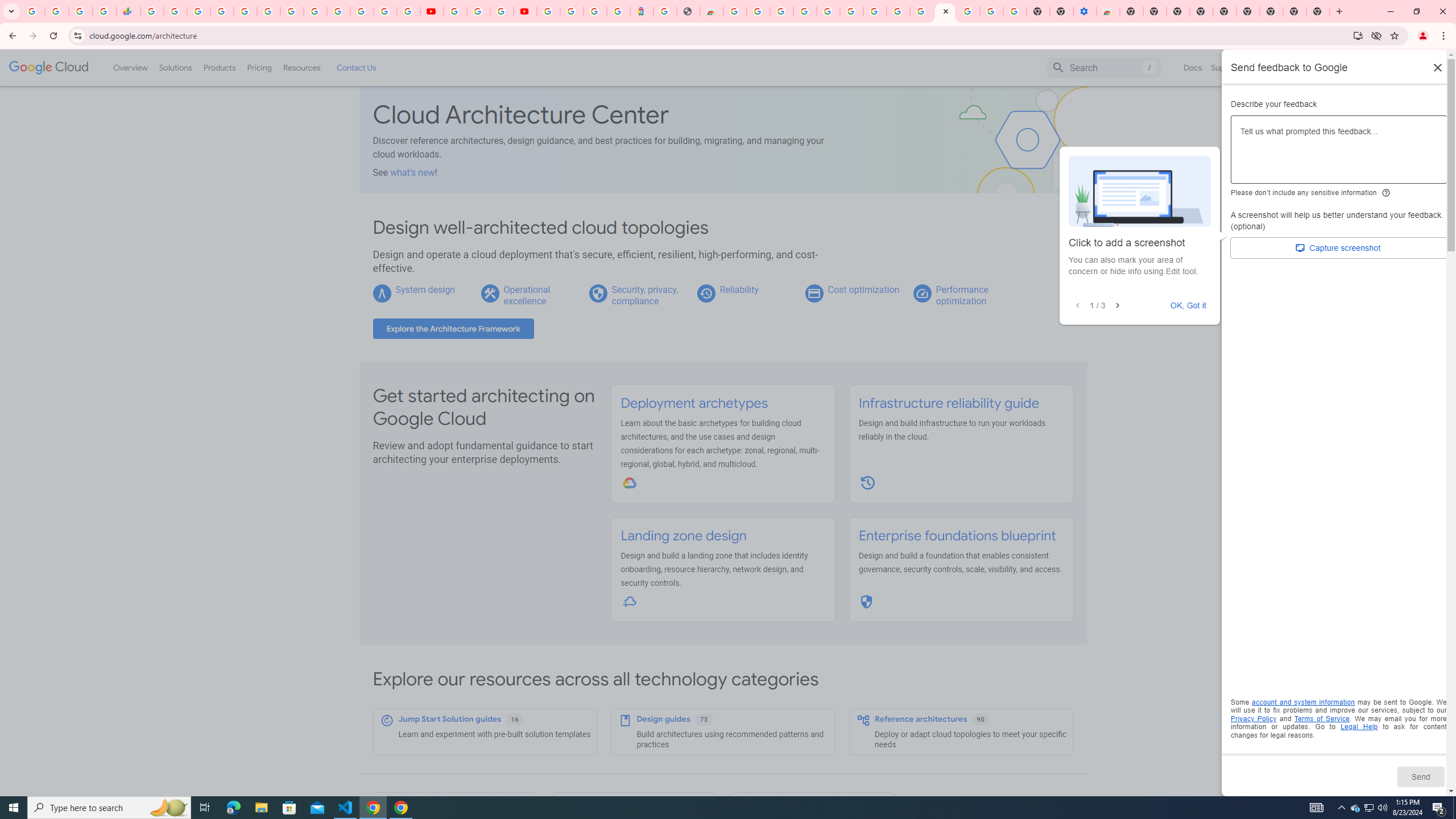  Describe the element at coordinates (1077, 305) in the screenshot. I see `'Previous'` at that location.